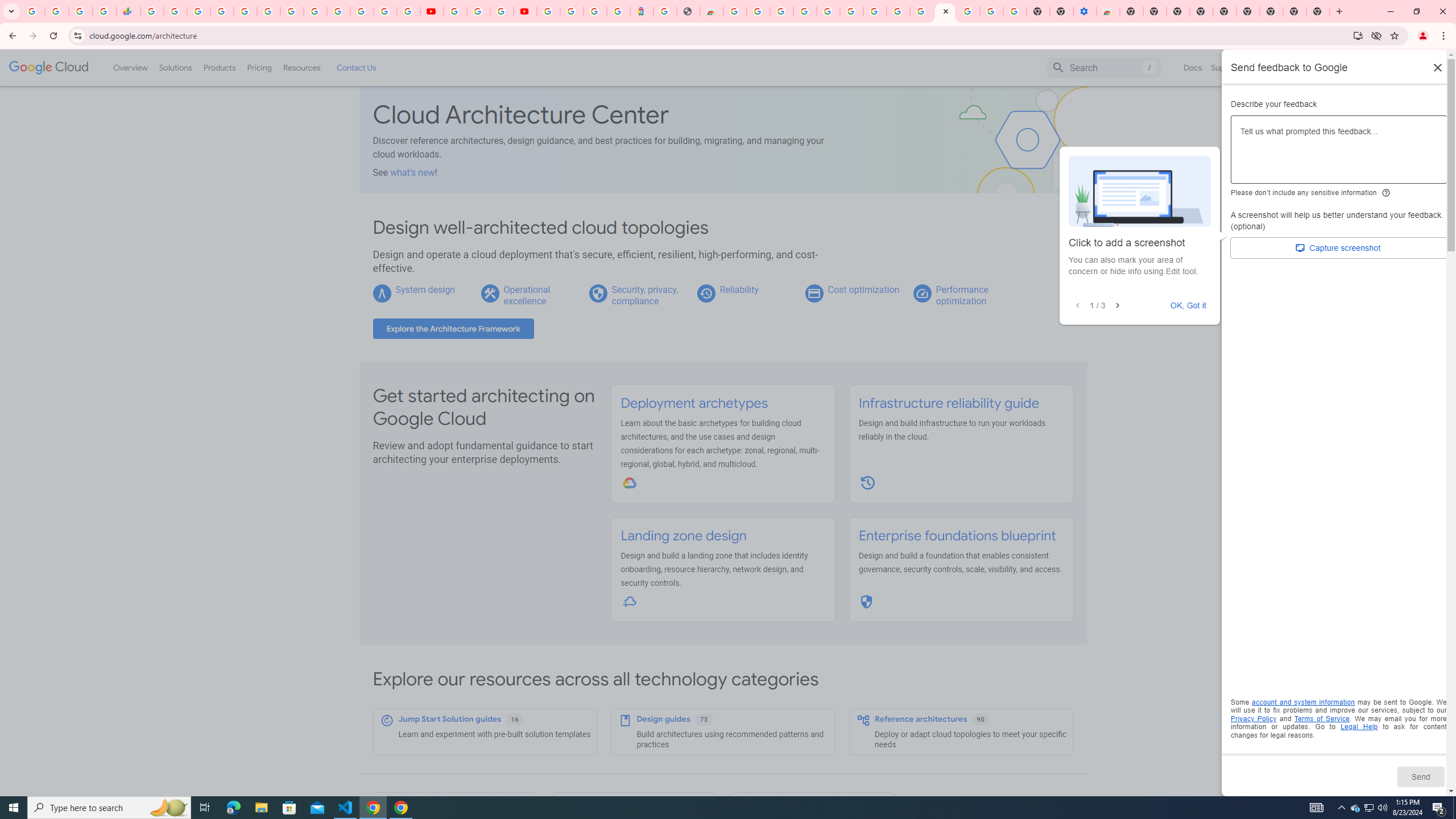  Describe the element at coordinates (1077, 305) in the screenshot. I see `'Previous'` at that location.